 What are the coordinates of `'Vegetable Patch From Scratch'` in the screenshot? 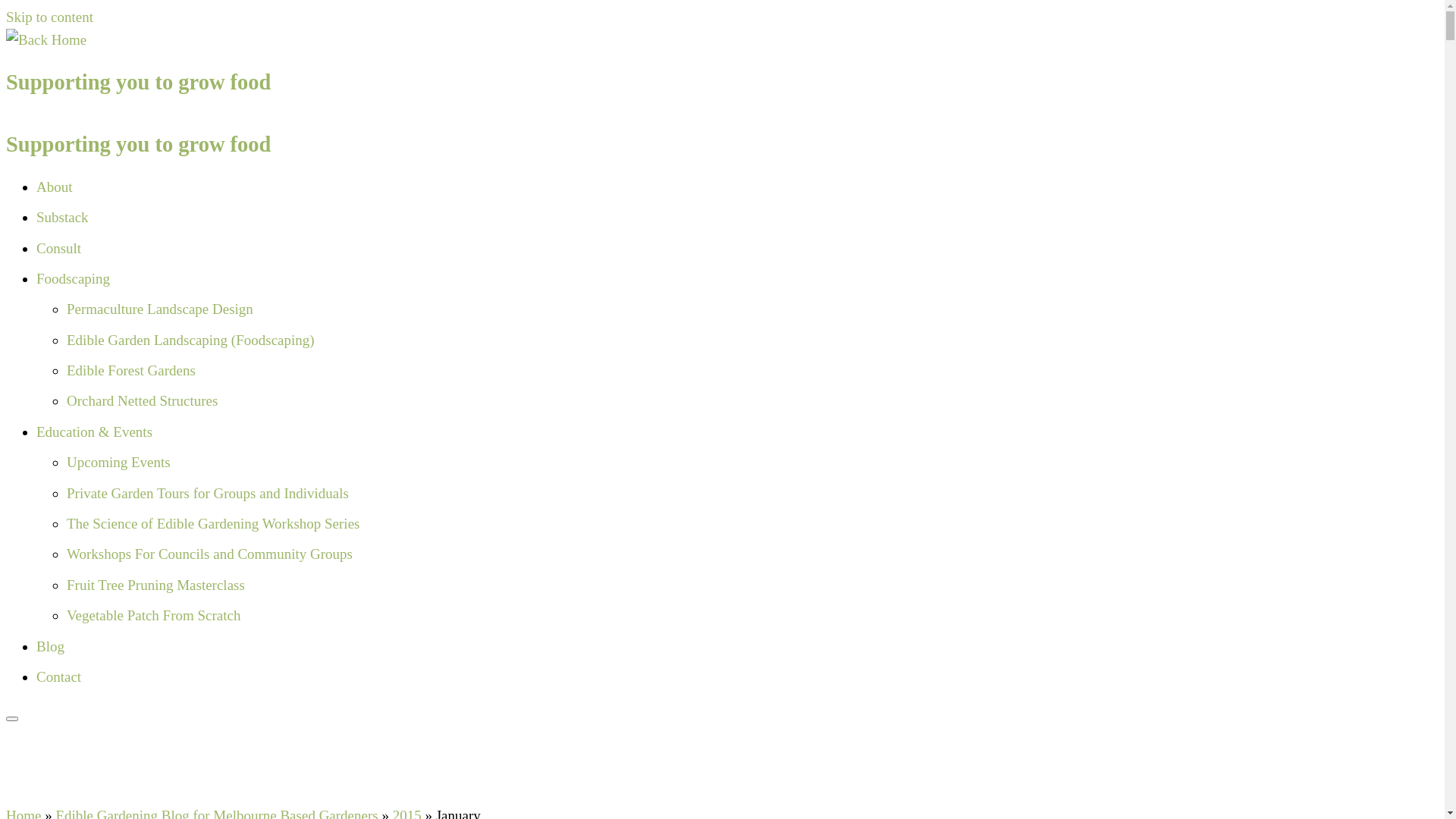 It's located at (153, 615).